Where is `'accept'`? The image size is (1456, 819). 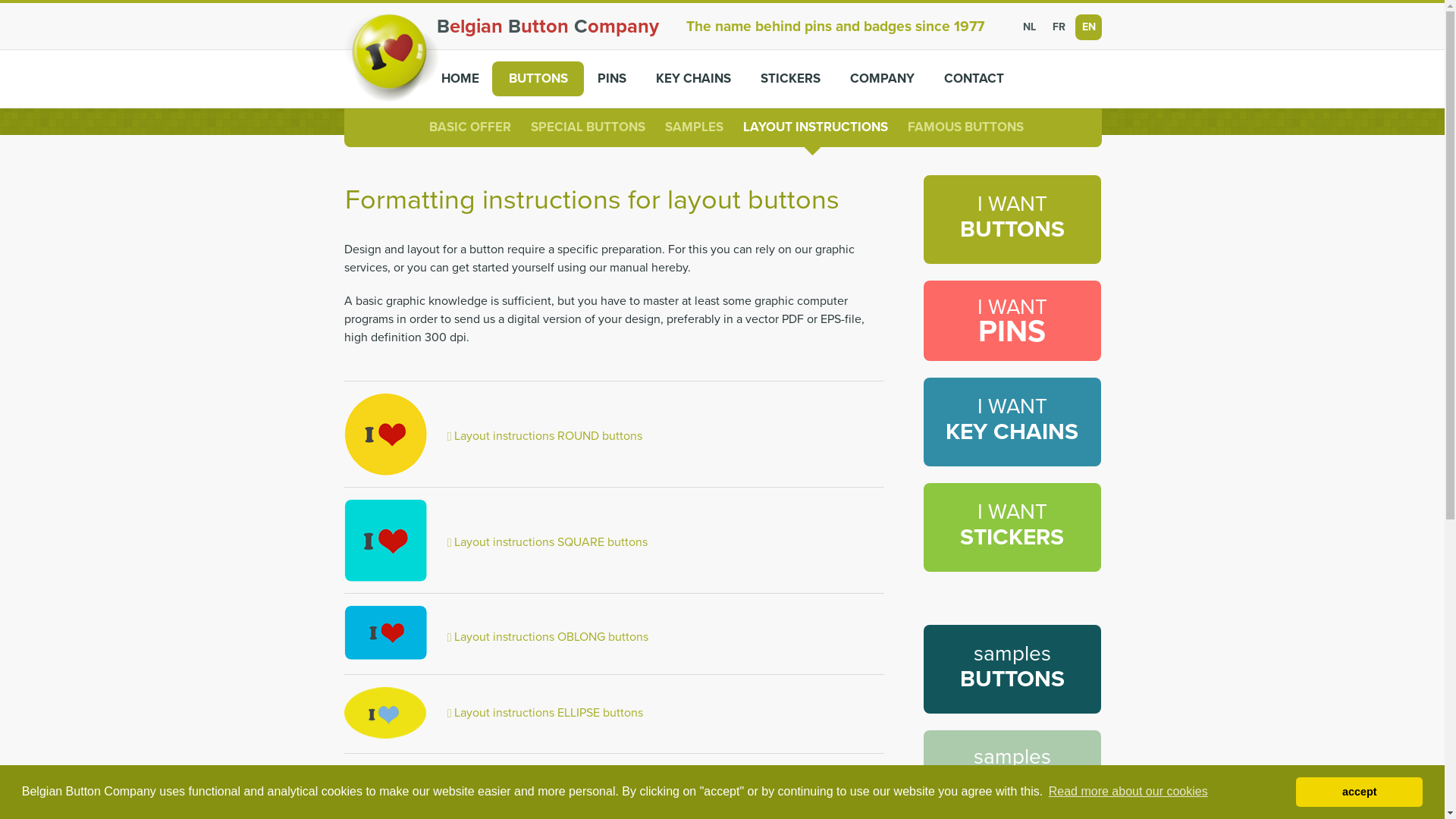 'accept' is located at coordinates (1294, 791).